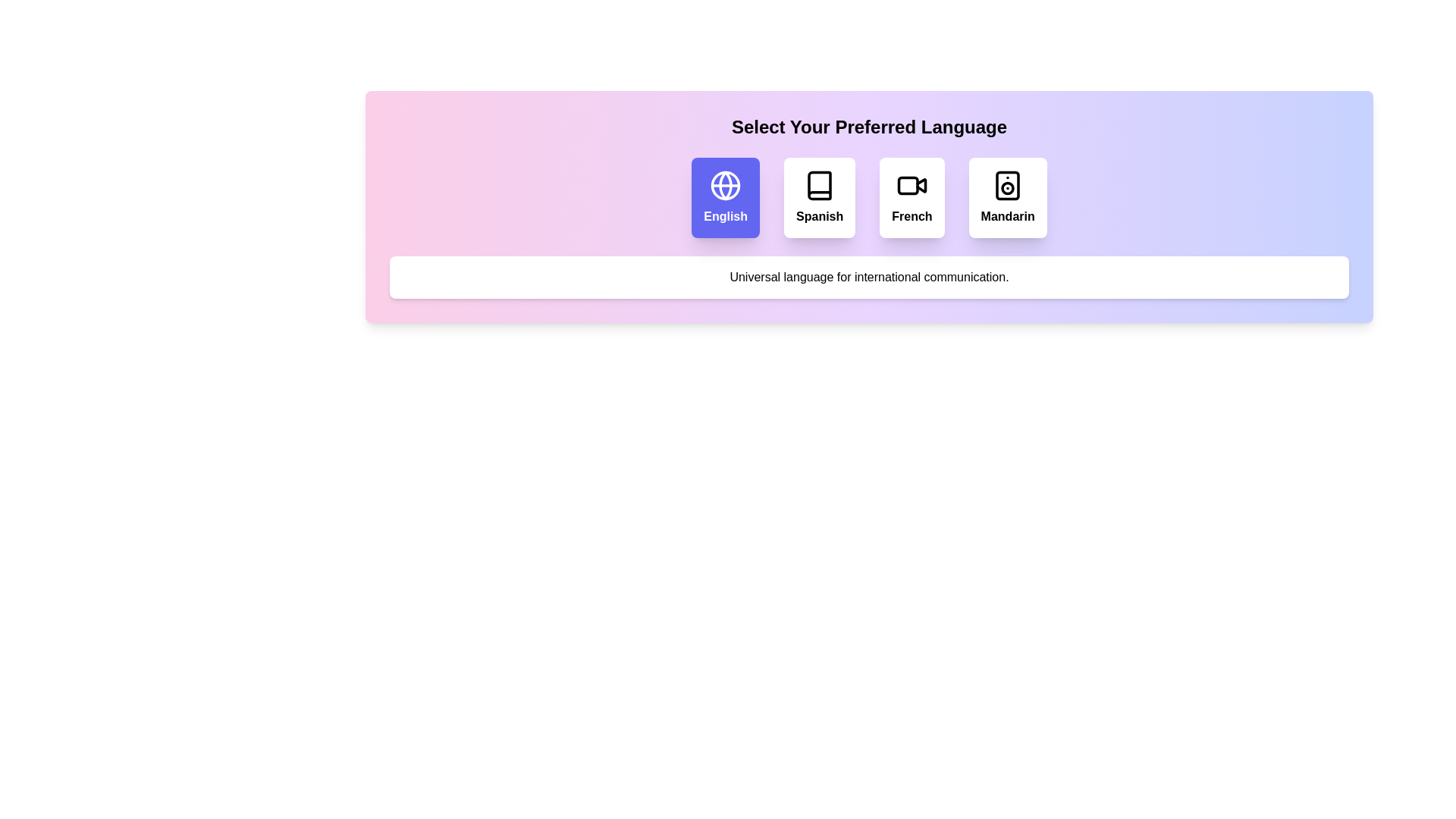  Describe the element at coordinates (724, 197) in the screenshot. I see `the language button corresponding to English` at that location.